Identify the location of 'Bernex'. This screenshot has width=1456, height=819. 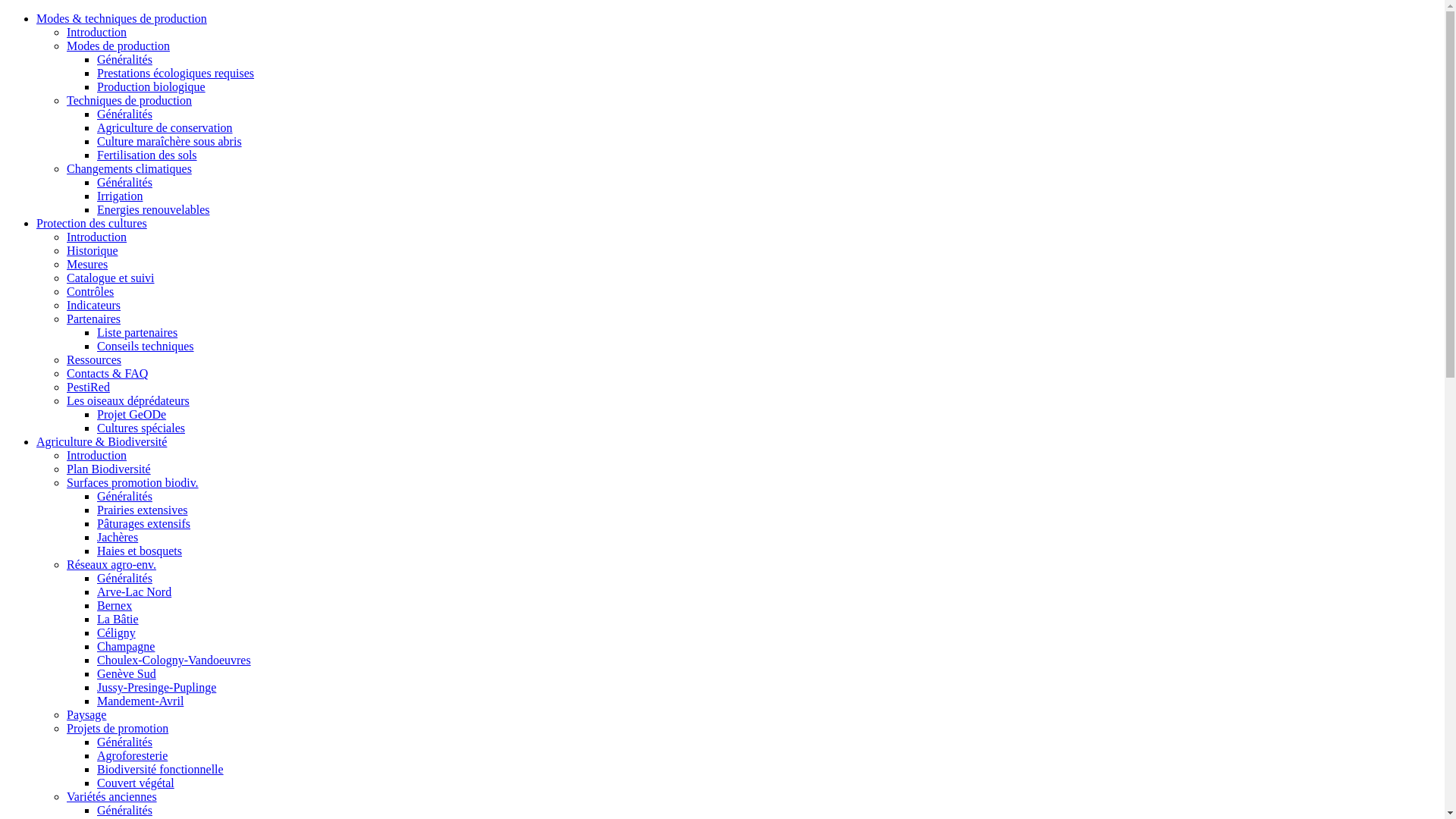
(96, 604).